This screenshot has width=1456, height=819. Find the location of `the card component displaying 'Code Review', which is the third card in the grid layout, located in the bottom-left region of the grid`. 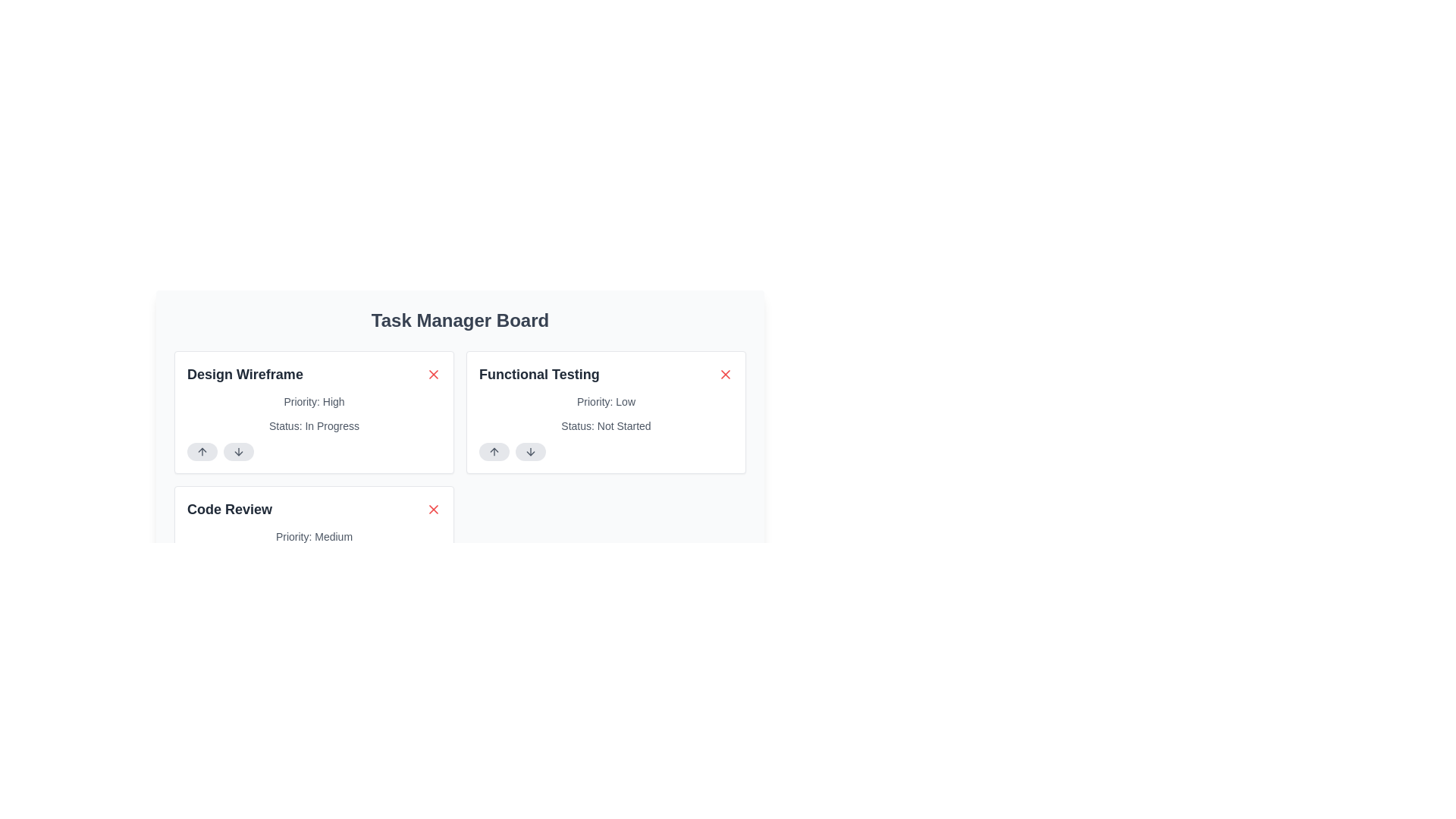

the card component displaying 'Code Review', which is the third card in the grid layout, located in the bottom-left region of the grid is located at coordinates (313, 547).